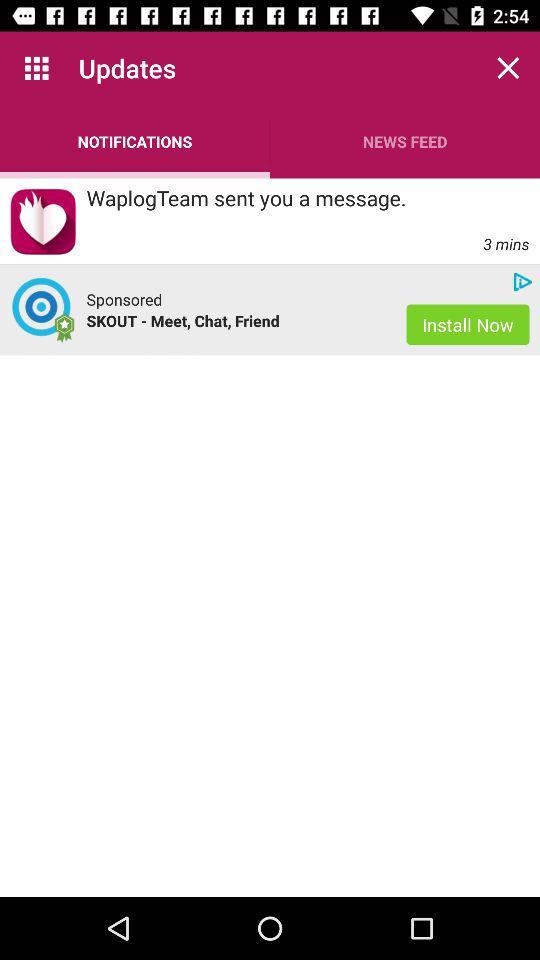 This screenshot has width=540, height=960. Describe the element at coordinates (124, 298) in the screenshot. I see `the app to the left of install now icon` at that location.